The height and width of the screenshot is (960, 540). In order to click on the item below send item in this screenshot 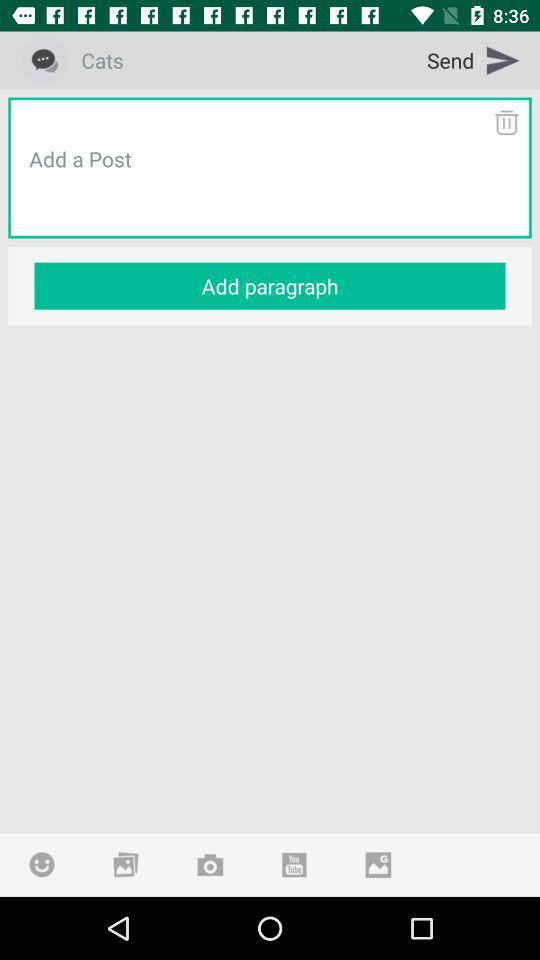, I will do `click(505, 121)`.